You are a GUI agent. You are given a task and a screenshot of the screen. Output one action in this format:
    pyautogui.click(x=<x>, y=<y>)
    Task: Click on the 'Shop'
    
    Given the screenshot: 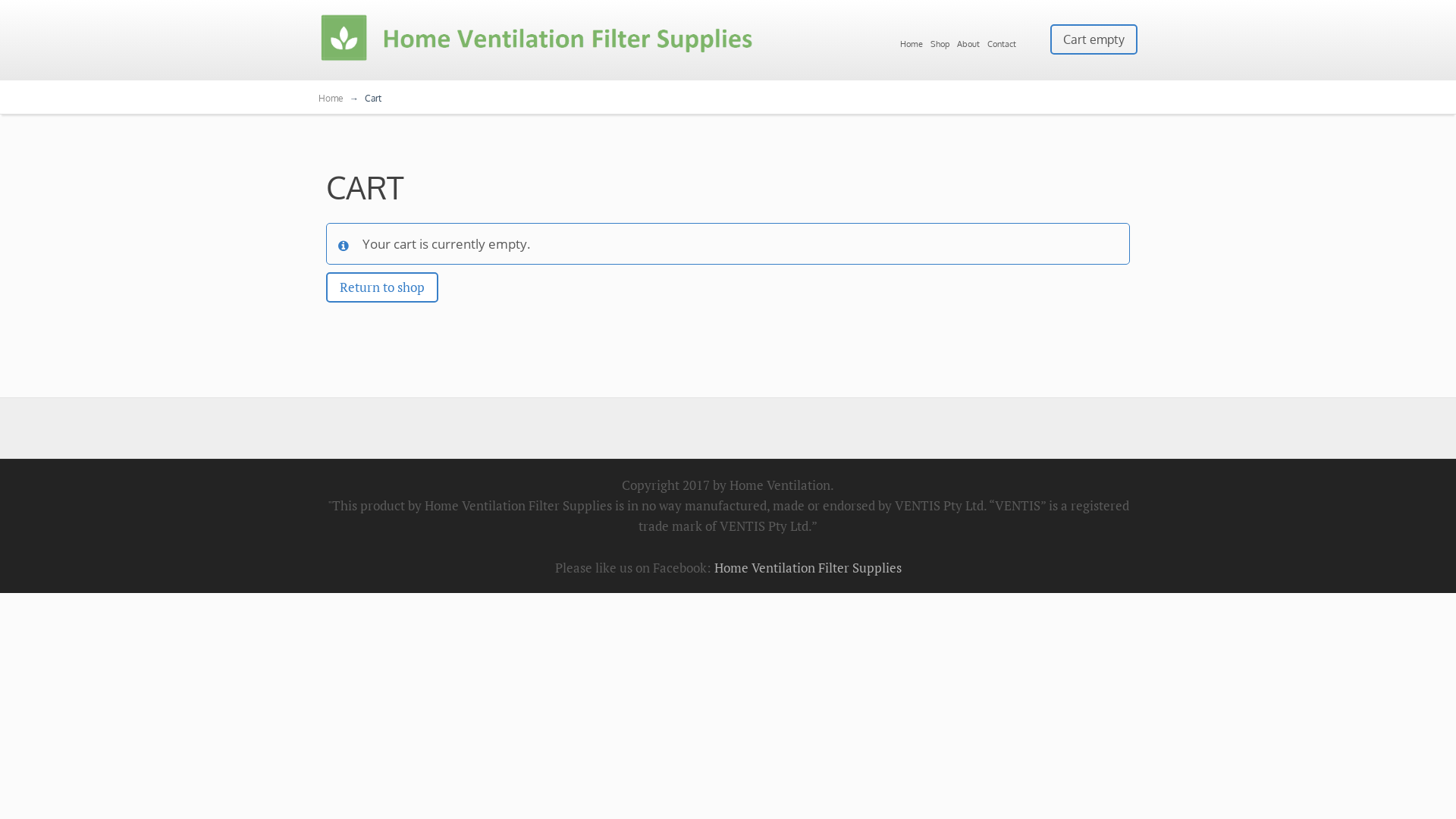 What is the action you would take?
    pyautogui.click(x=943, y=39)
    